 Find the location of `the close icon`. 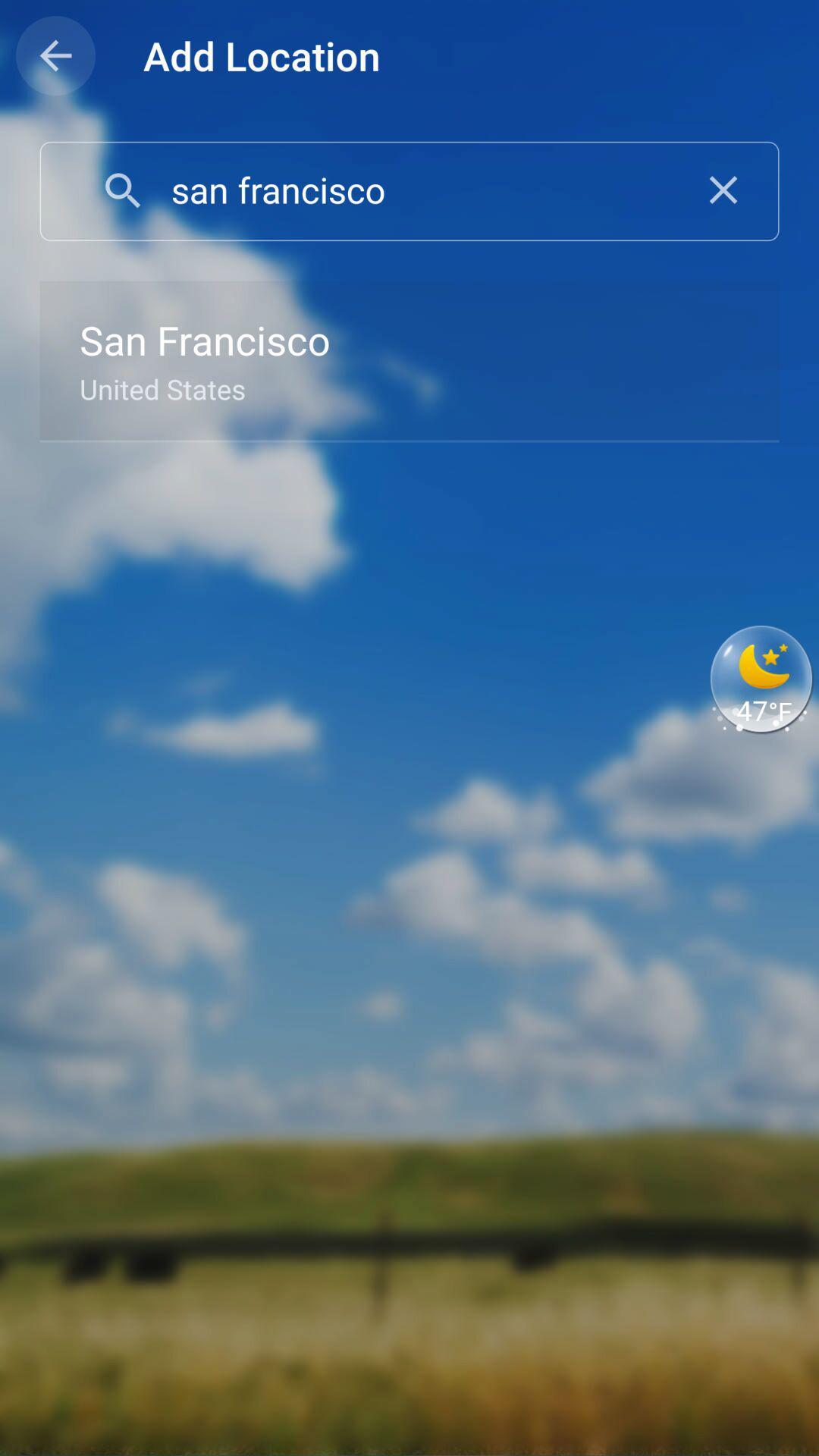

the close icon is located at coordinates (722, 189).